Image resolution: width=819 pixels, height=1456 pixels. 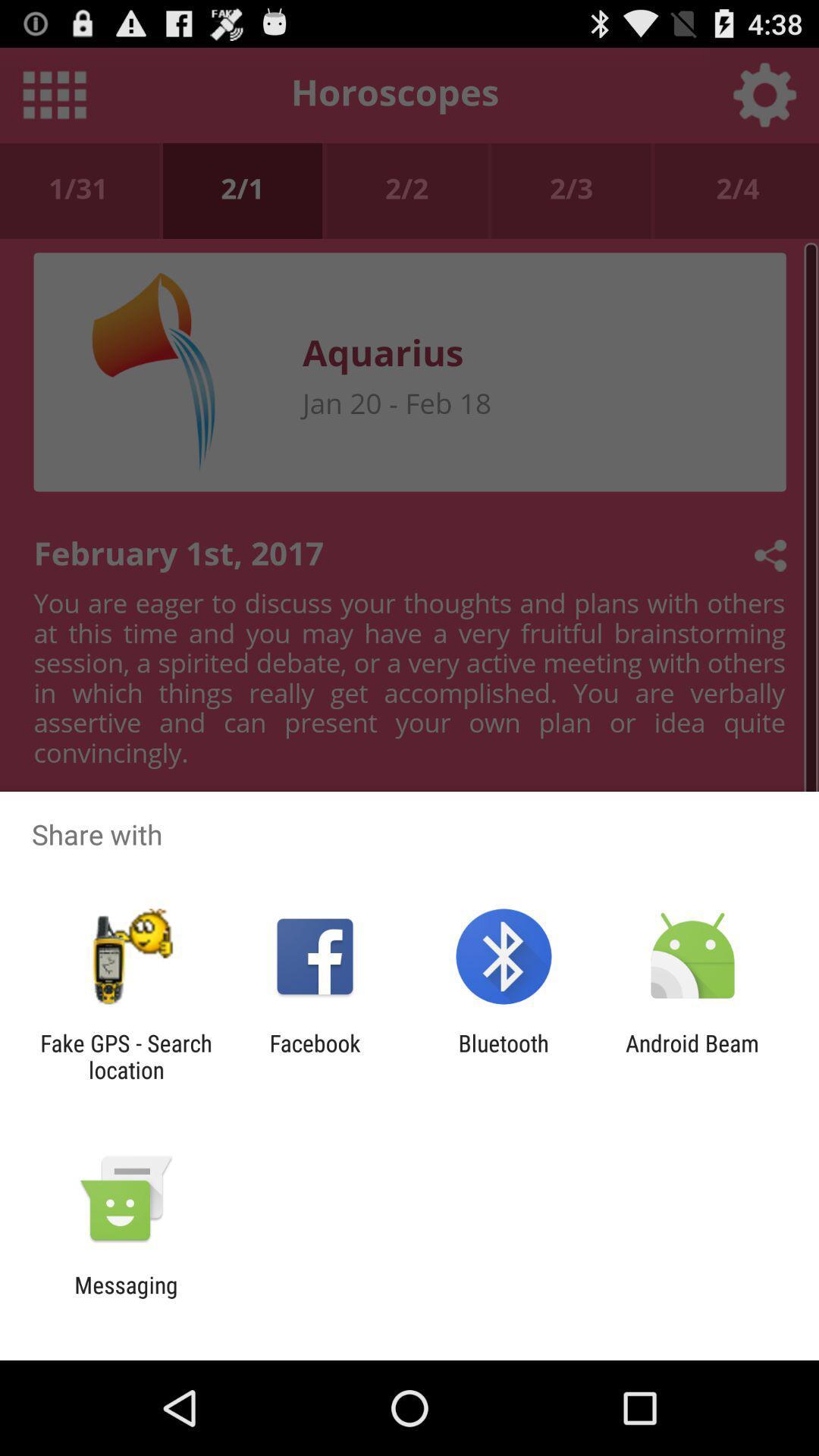 I want to click on the bluetooth app, so click(x=504, y=1056).